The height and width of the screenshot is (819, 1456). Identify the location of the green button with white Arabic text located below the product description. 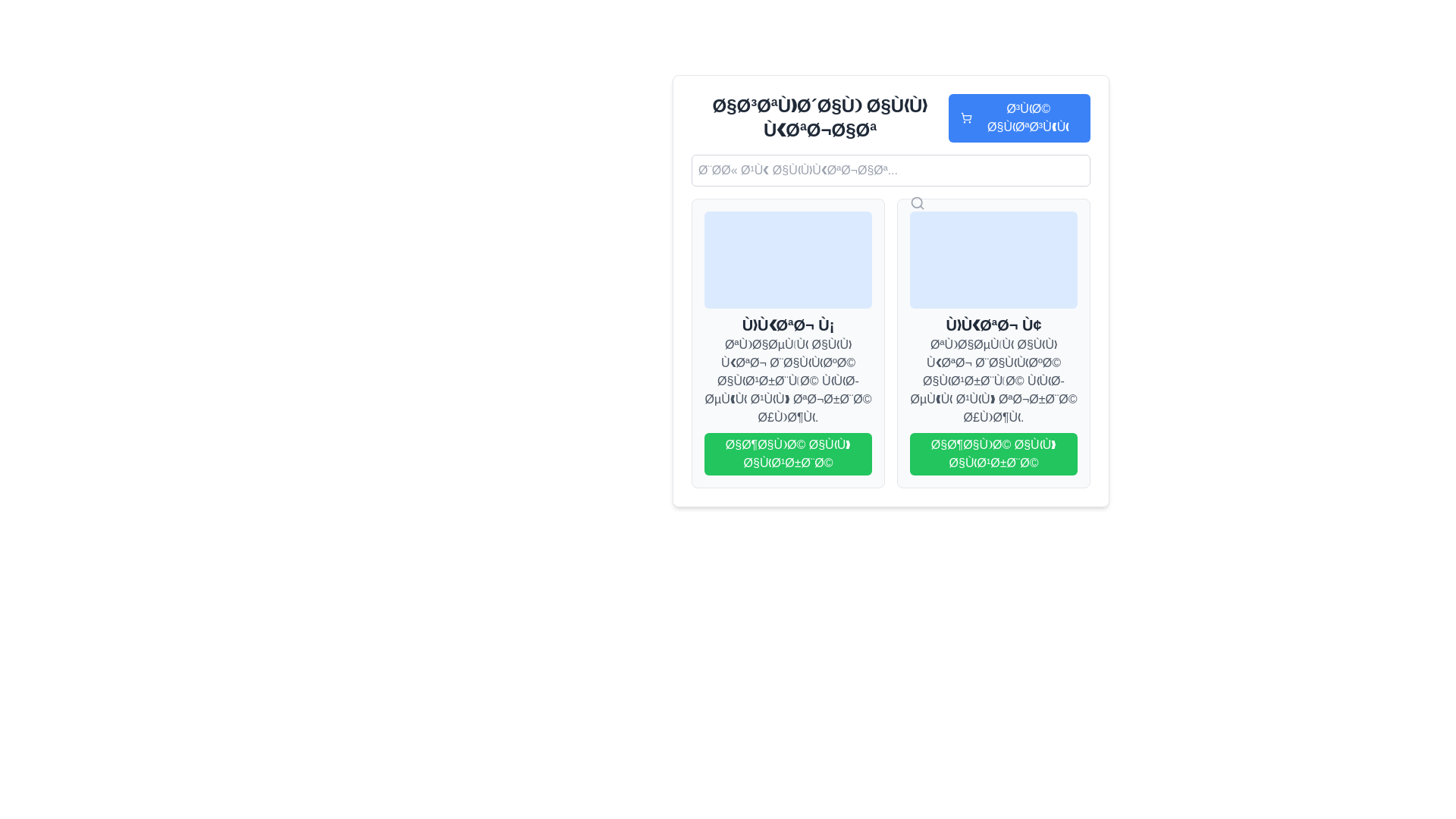
(788, 453).